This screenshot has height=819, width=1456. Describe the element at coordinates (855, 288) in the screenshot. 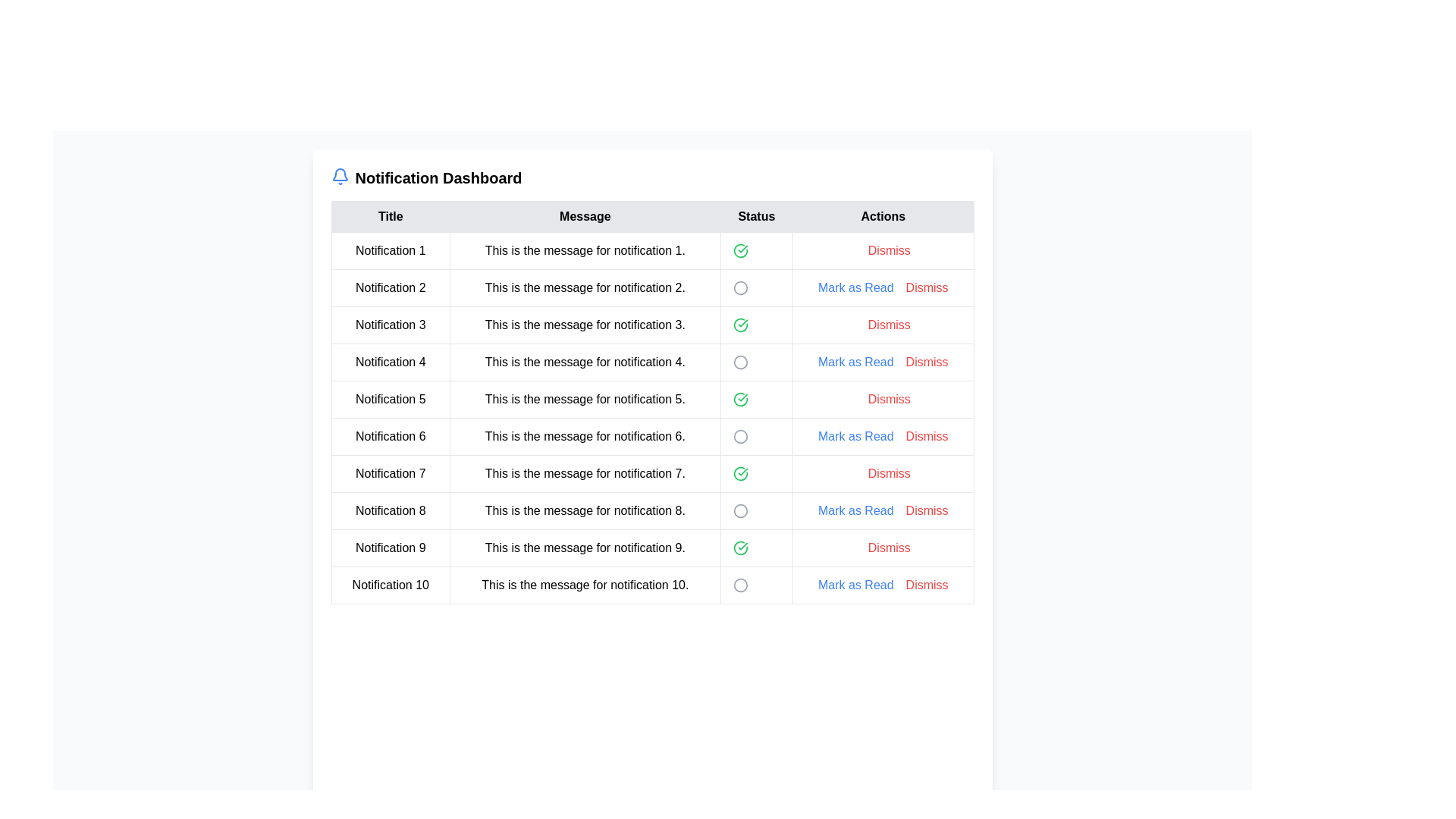

I see `the hyperlink in the 'Actions' column corresponding to 'Notification 2'` at that location.